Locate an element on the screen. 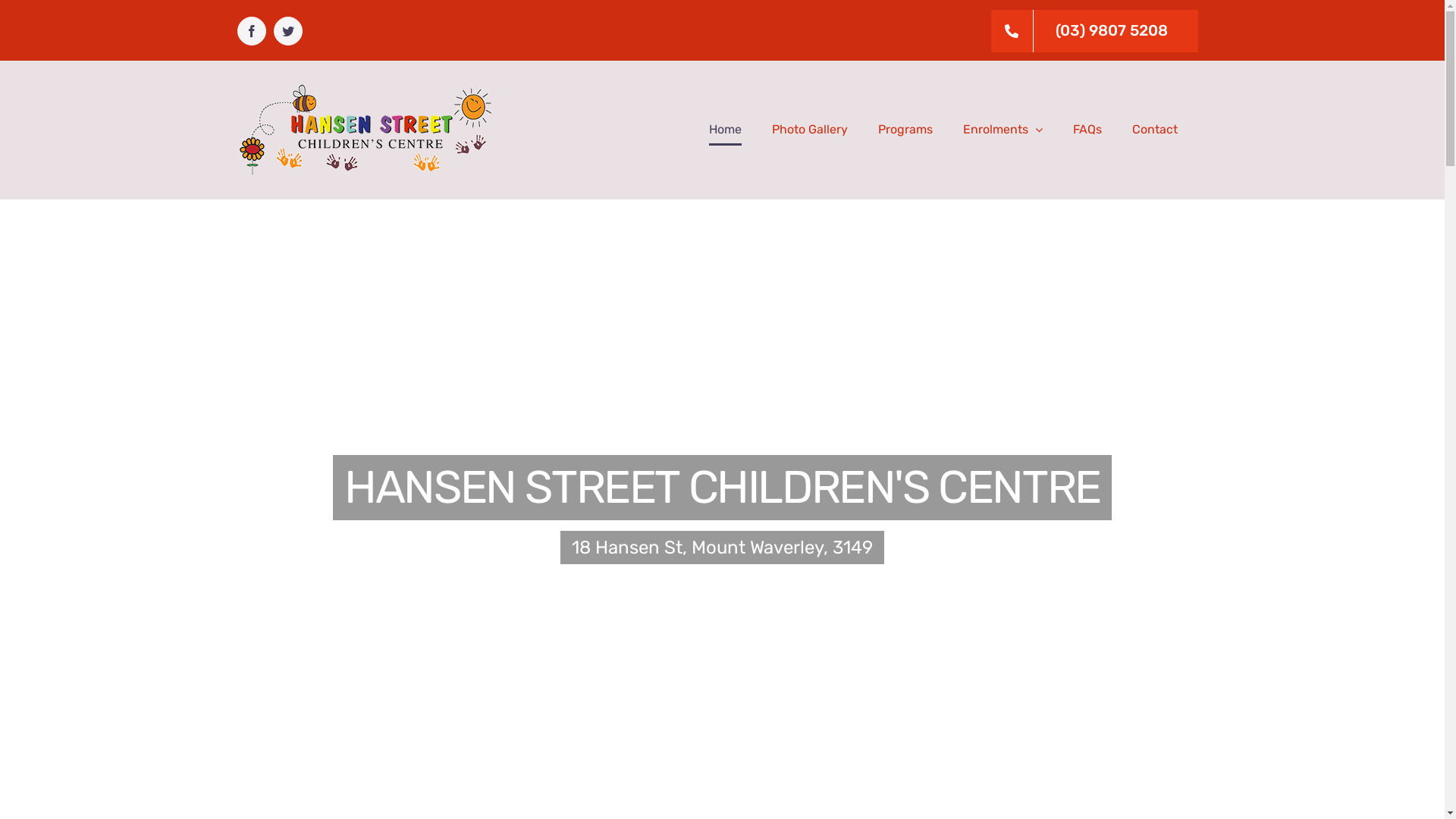 This screenshot has width=1456, height=819. 'Enrolments' is located at coordinates (962, 128).